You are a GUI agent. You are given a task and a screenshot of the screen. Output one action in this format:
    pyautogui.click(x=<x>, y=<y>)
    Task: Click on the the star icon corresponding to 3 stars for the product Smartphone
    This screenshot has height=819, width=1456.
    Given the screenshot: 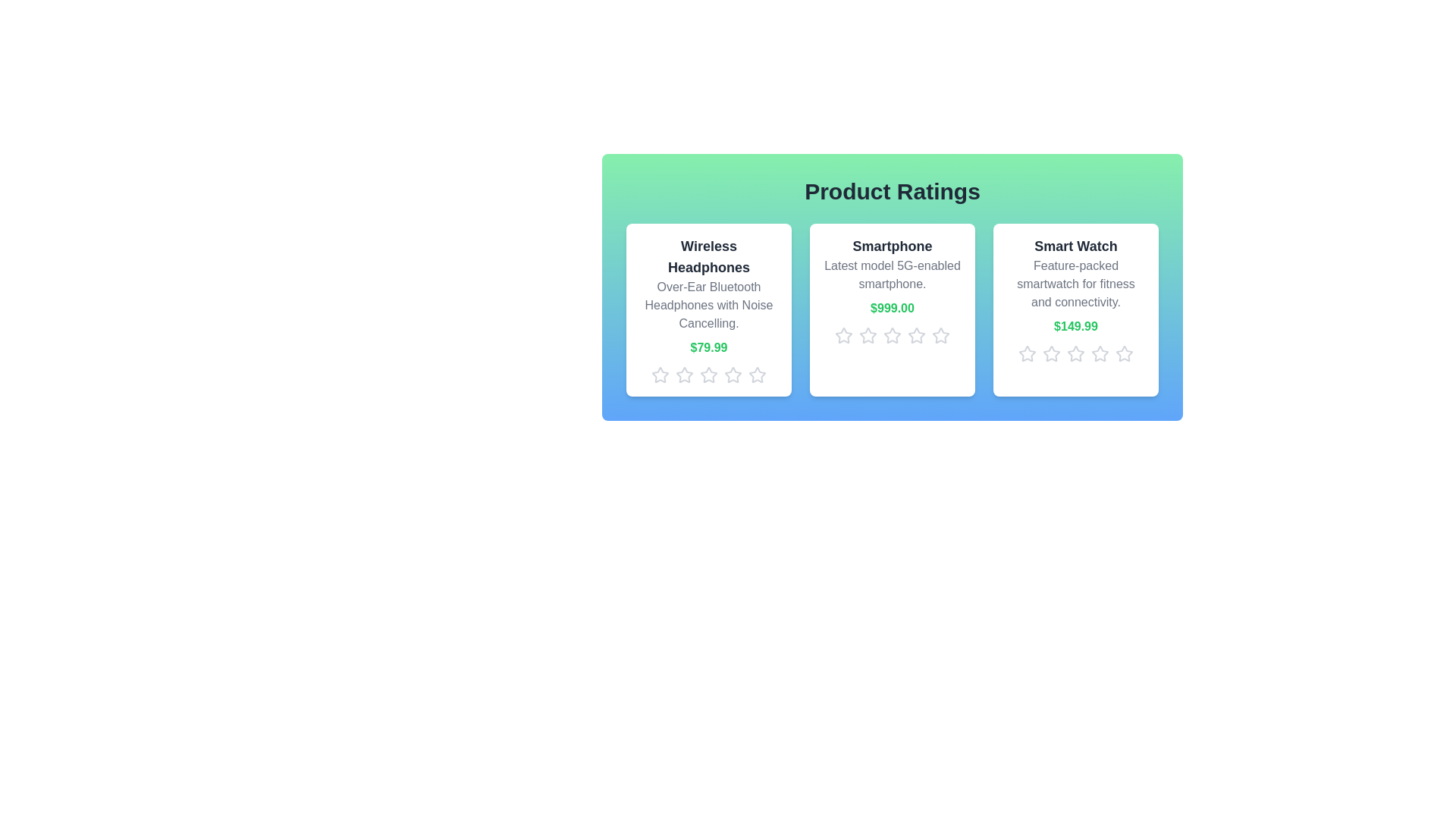 What is the action you would take?
    pyautogui.click(x=892, y=335)
    